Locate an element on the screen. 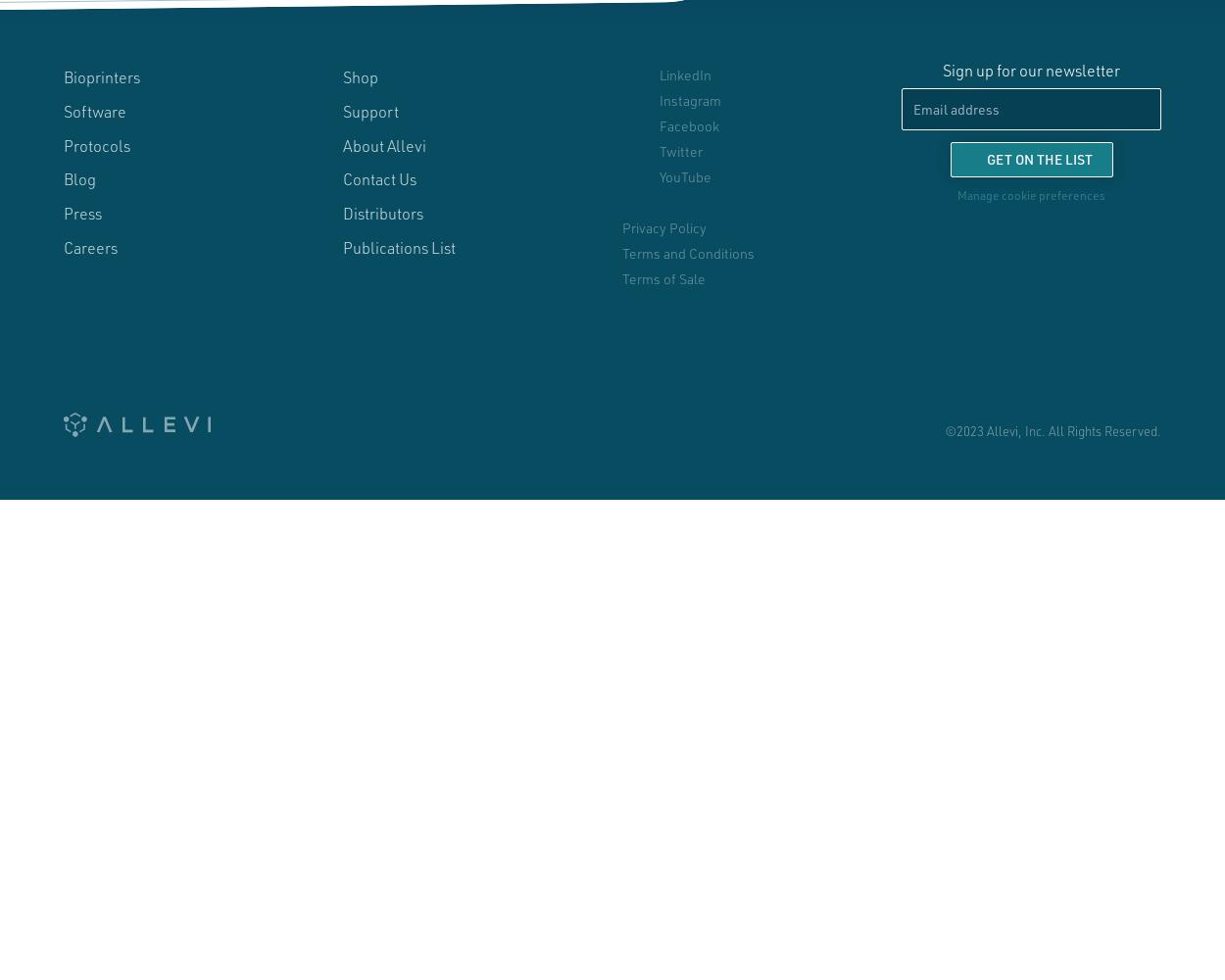 The height and width of the screenshot is (980, 1225). '©2023 Allevi, Inc. All Rights Reserved.' is located at coordinates (1053, 429).